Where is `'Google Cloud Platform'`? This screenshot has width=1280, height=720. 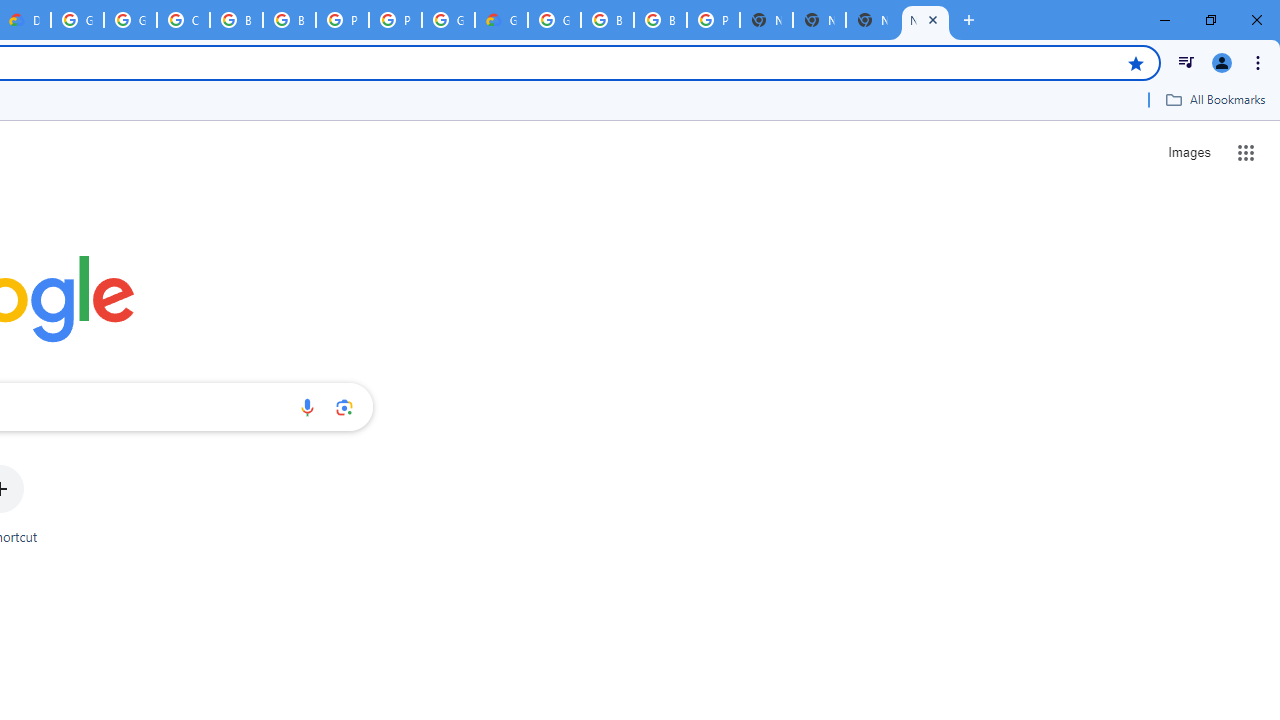
'Google Cloud Platform' is located at coordinates (554, 20).